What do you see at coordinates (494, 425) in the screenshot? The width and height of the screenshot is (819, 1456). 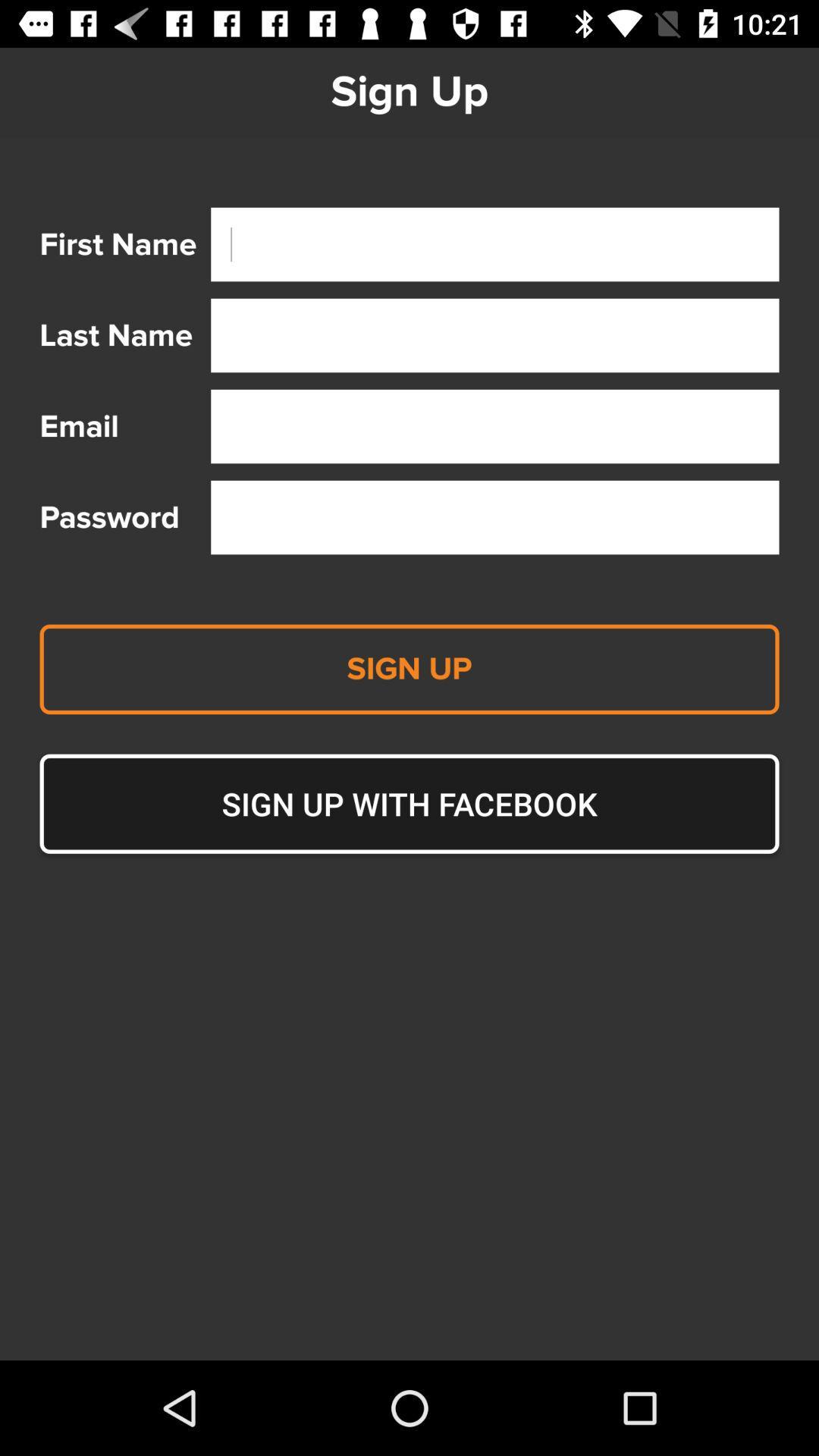 I see `the icon to the right of email icon` at bounding box center [494, 425].